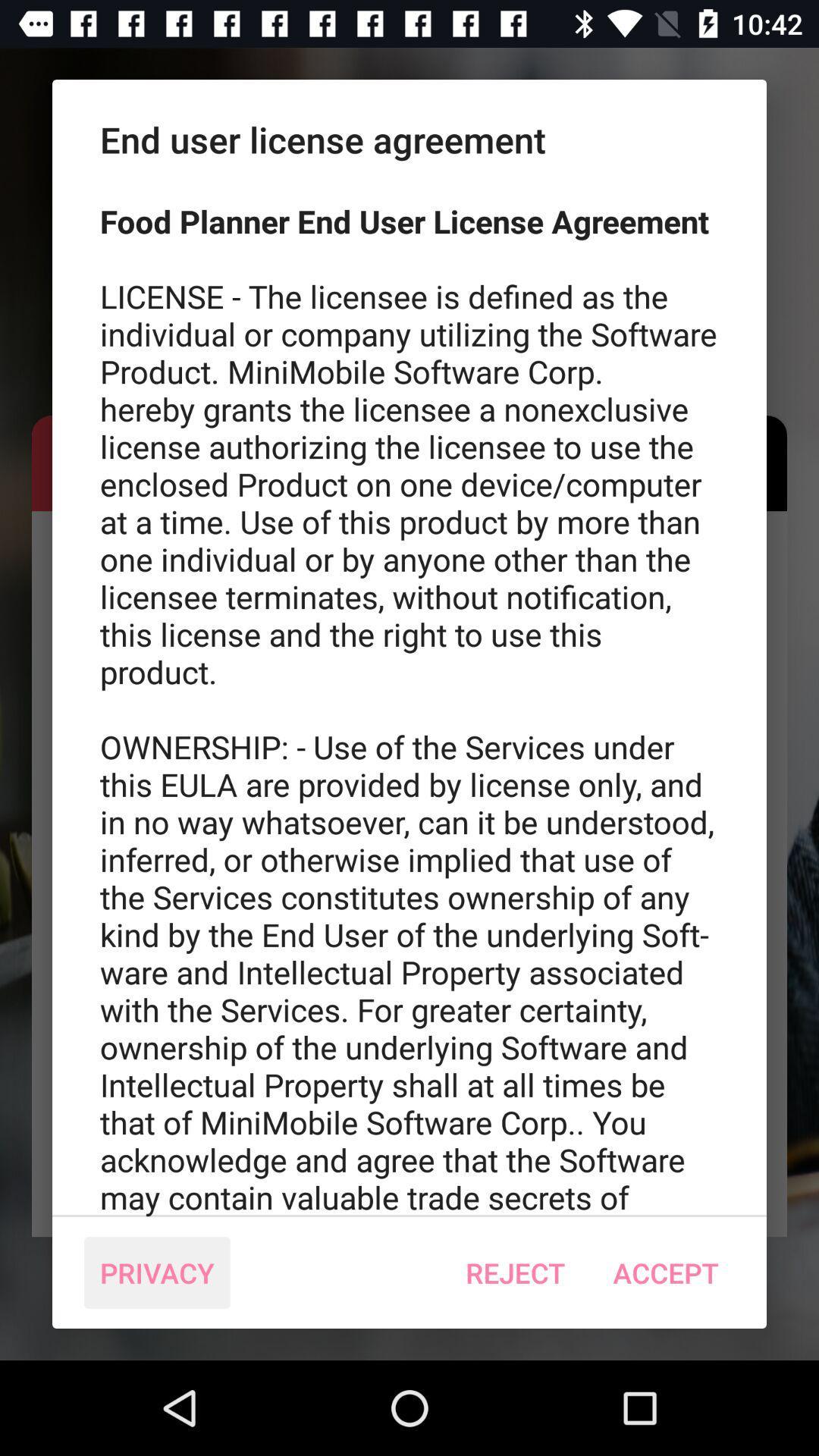  I want to click on the icon next to the accept icon, so click(514, 1272).